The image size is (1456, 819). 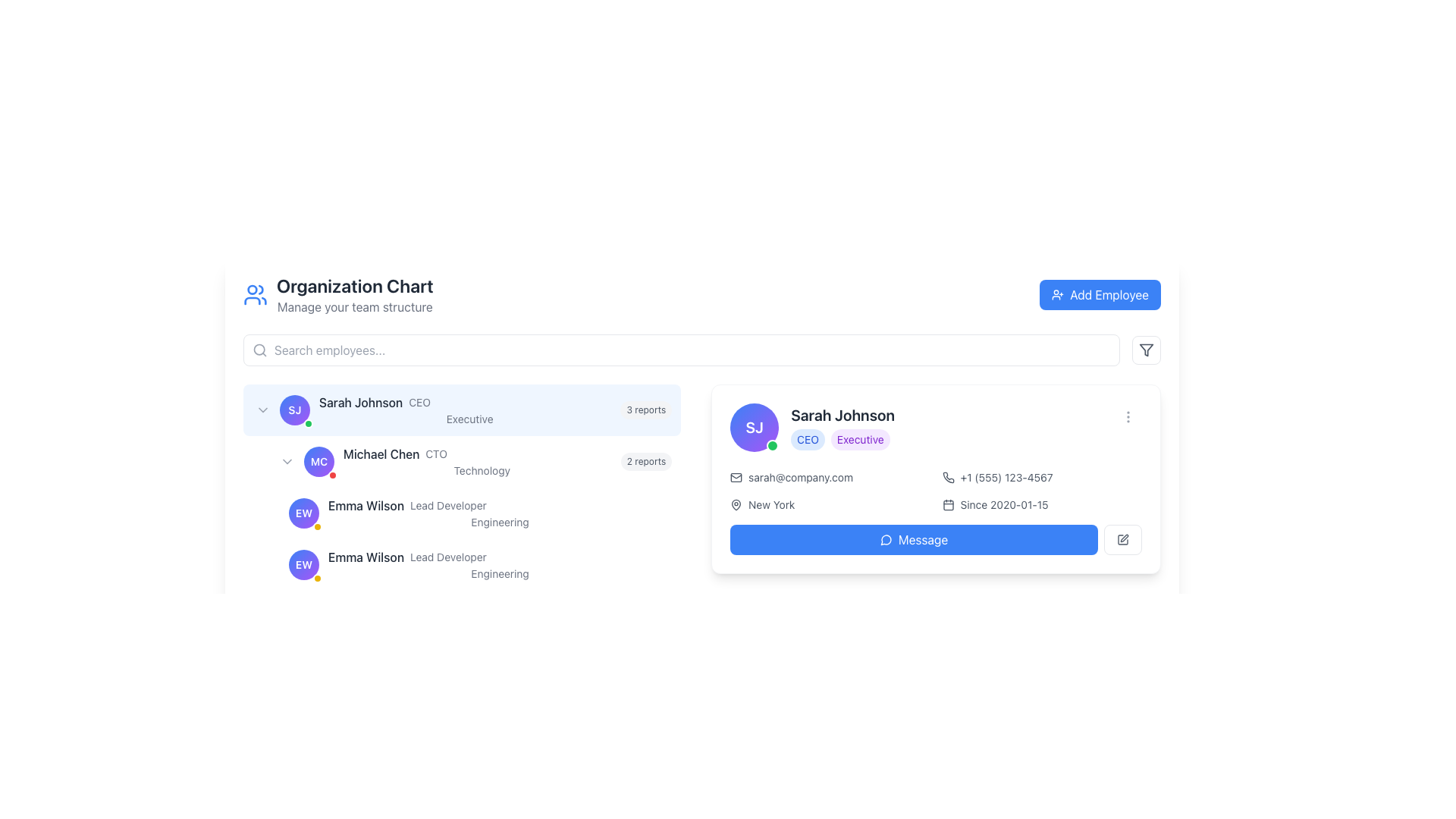 I want to click on the edit button for user profile Sarah Johnson, located in the bottom right corner of the detailed profile section, so click(x=1123, y=539).